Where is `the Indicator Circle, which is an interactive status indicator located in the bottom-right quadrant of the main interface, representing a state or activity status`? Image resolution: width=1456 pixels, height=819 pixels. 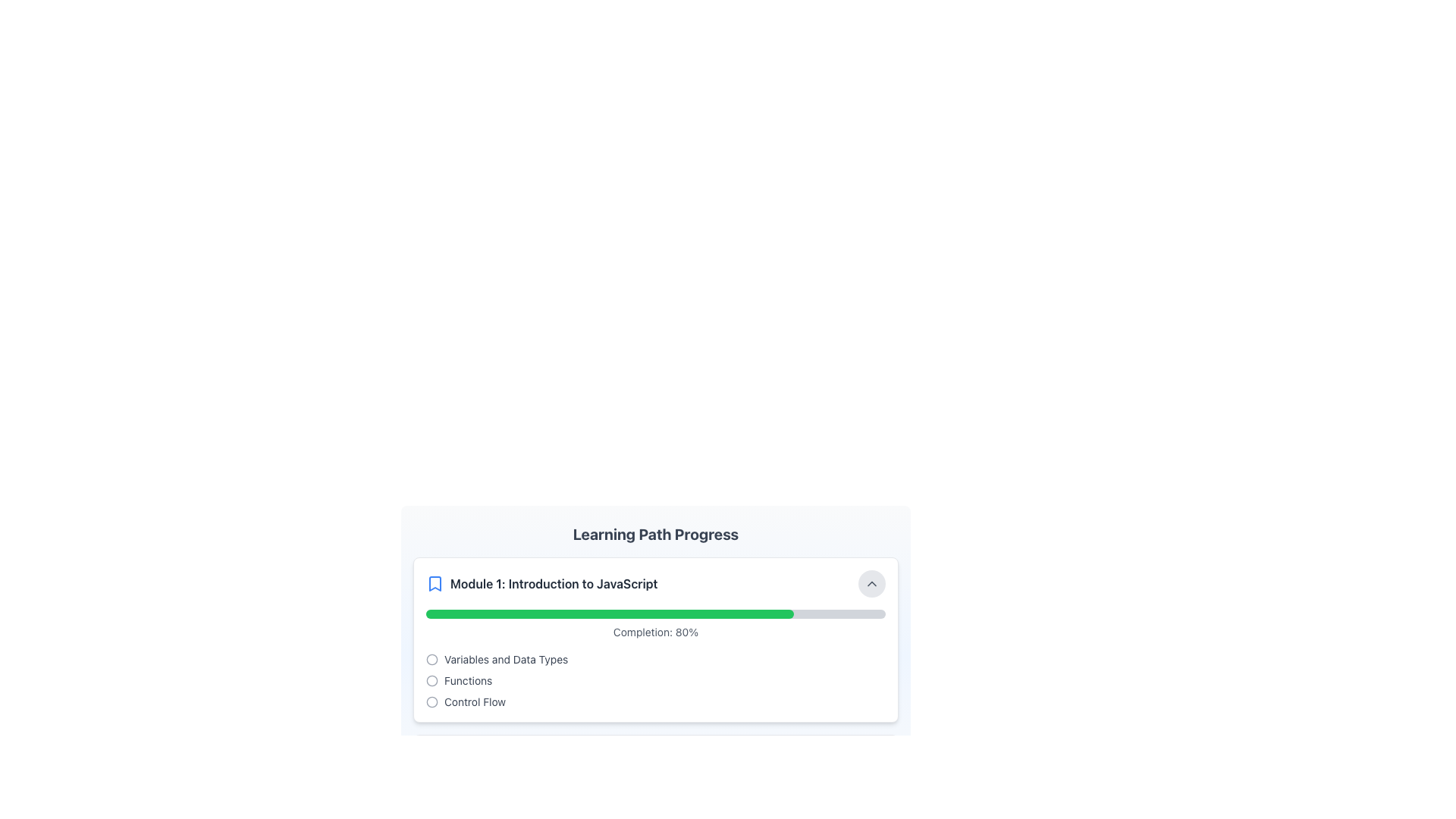 the Indicator Circle, which is an interactive status indicator located in the bottom-right quadrant of the main interface, representing a state or activity status is located at coordinates (431, 701).